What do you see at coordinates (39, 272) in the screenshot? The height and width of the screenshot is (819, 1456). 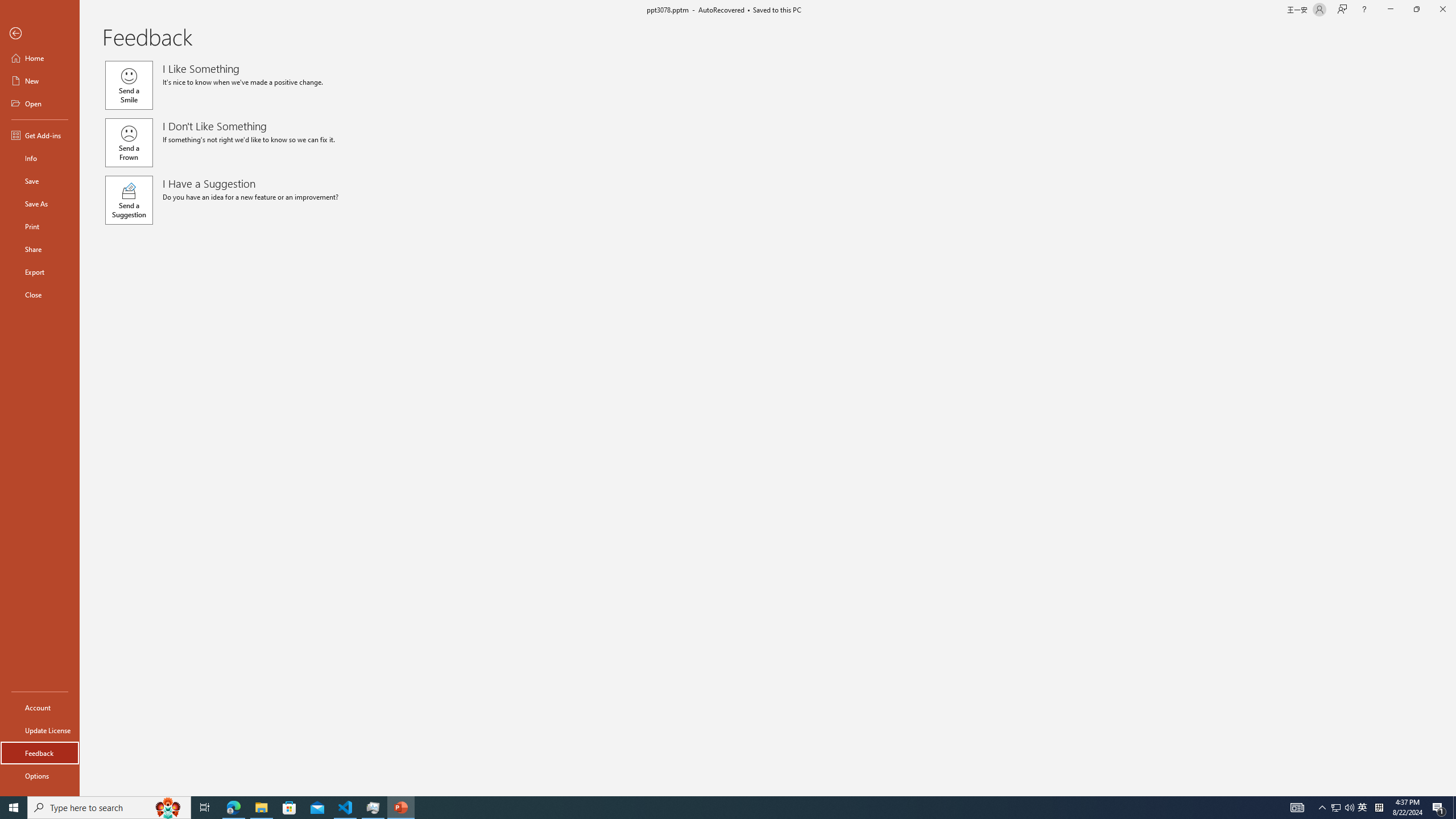 I see `'Export'` at bounding box center [39, 272].